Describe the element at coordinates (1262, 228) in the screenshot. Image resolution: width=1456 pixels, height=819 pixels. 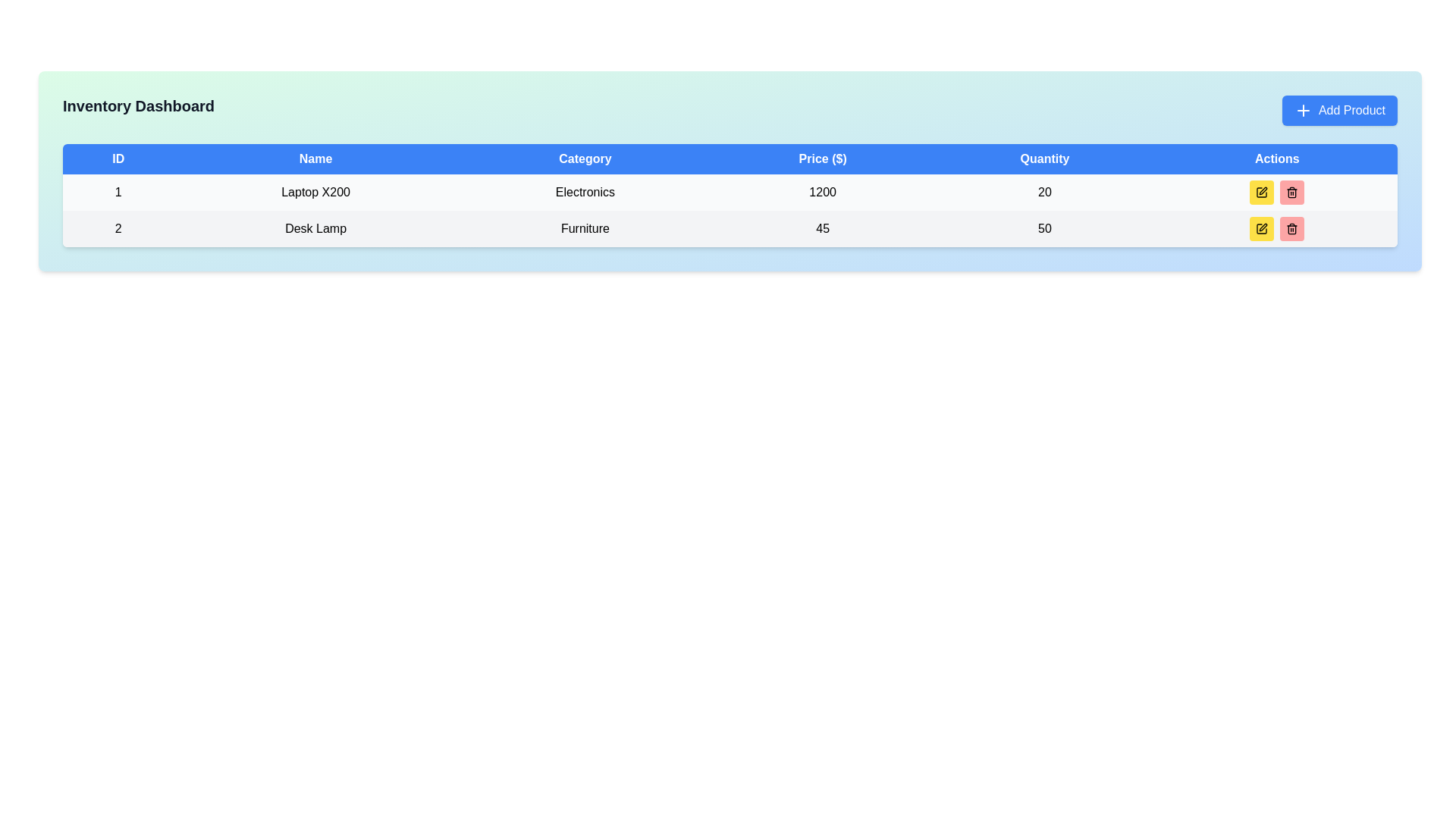
I see `the yellow rounded rectangular button with a black pen icon in the 'Actions' column, second row for the 'Desk Lamp' item` at that location.